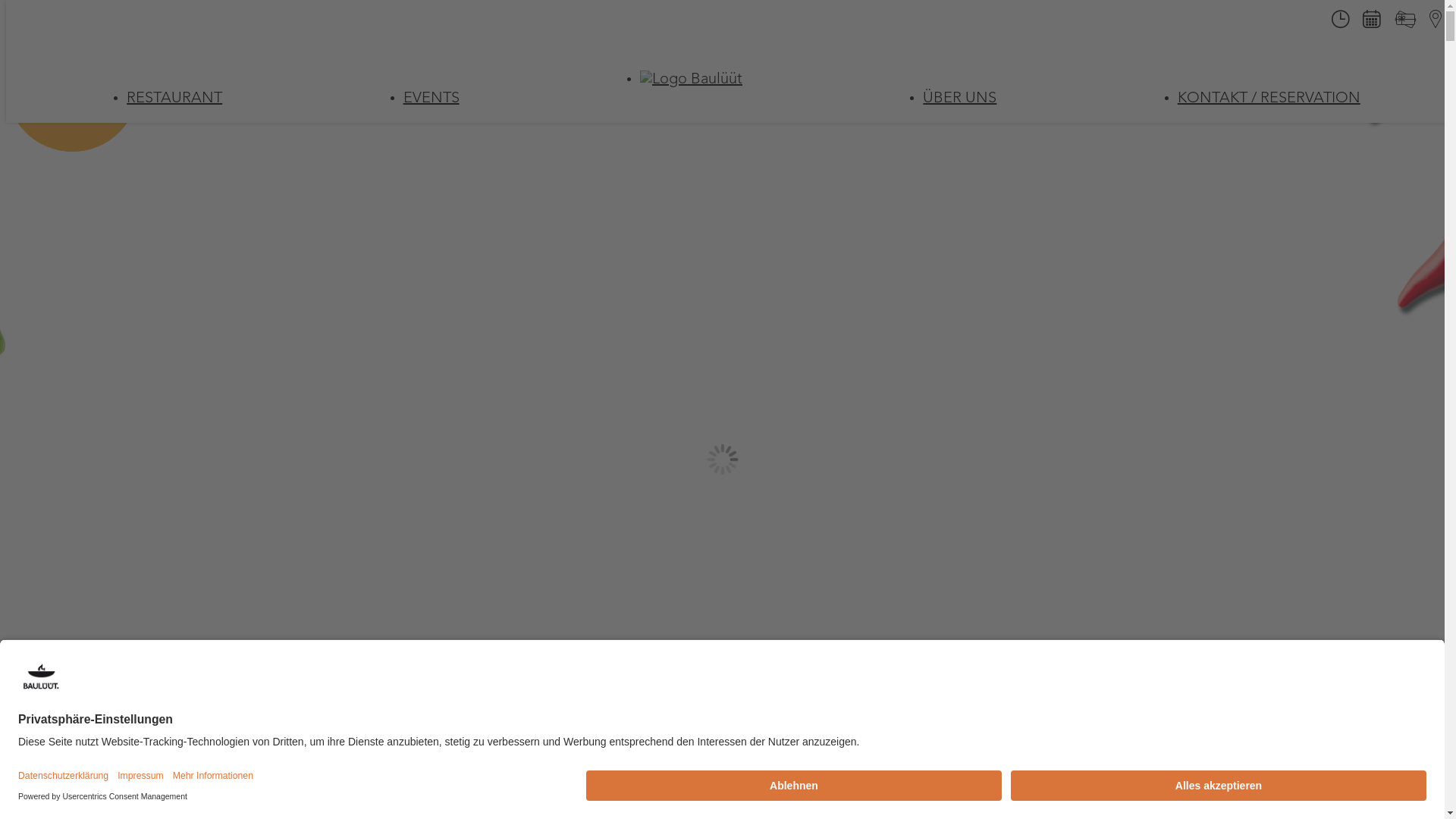 The image size is (1456, 819). What do you see at coordinates (1269, 99) in the screenshot?
I see `'KONTAKT / RESERVATION'` at bounding box center [1269, 99].